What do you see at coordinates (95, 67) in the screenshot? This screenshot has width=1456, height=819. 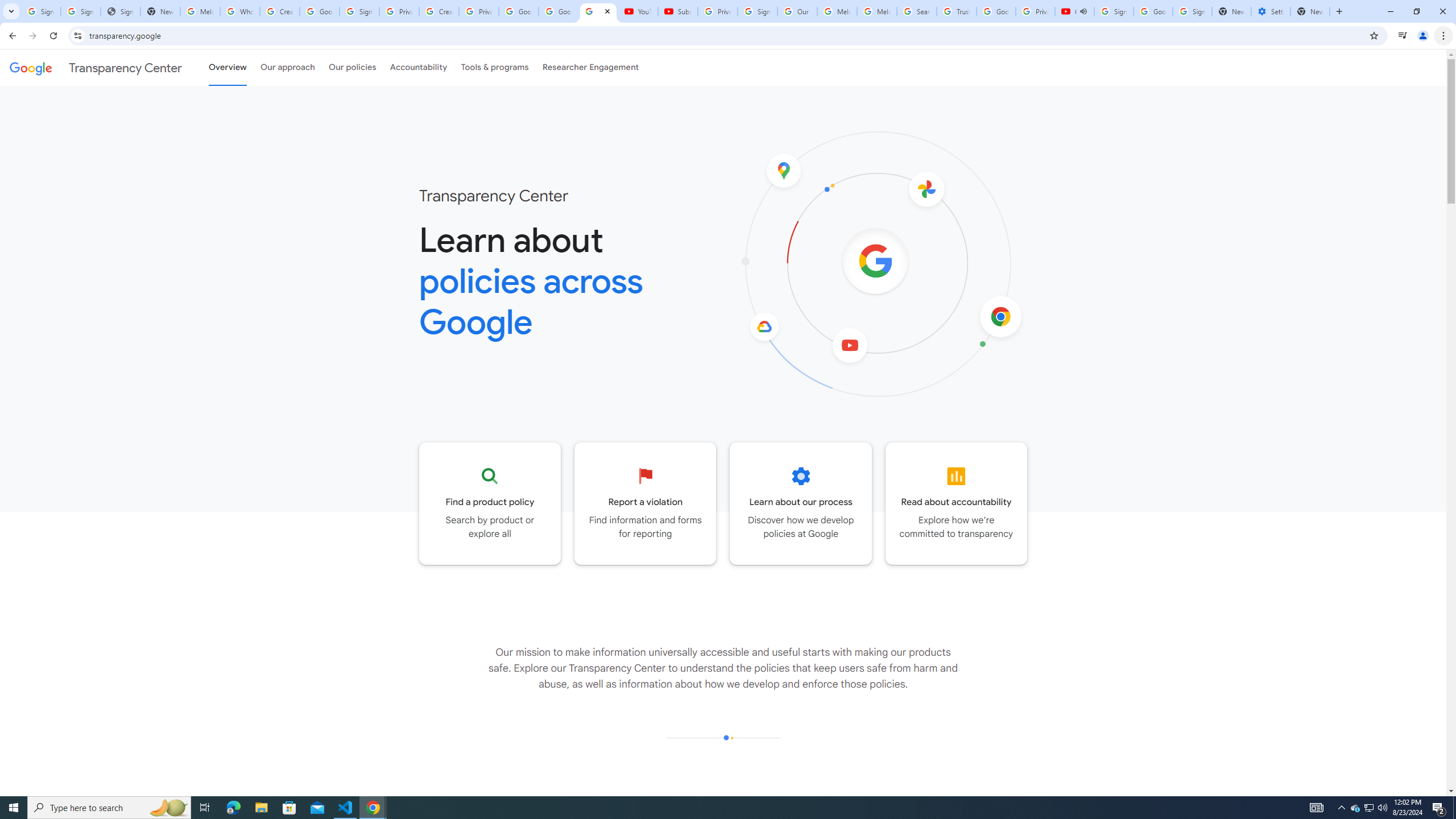 I see `'Transparency Center'` at bounding box center [95, 67].